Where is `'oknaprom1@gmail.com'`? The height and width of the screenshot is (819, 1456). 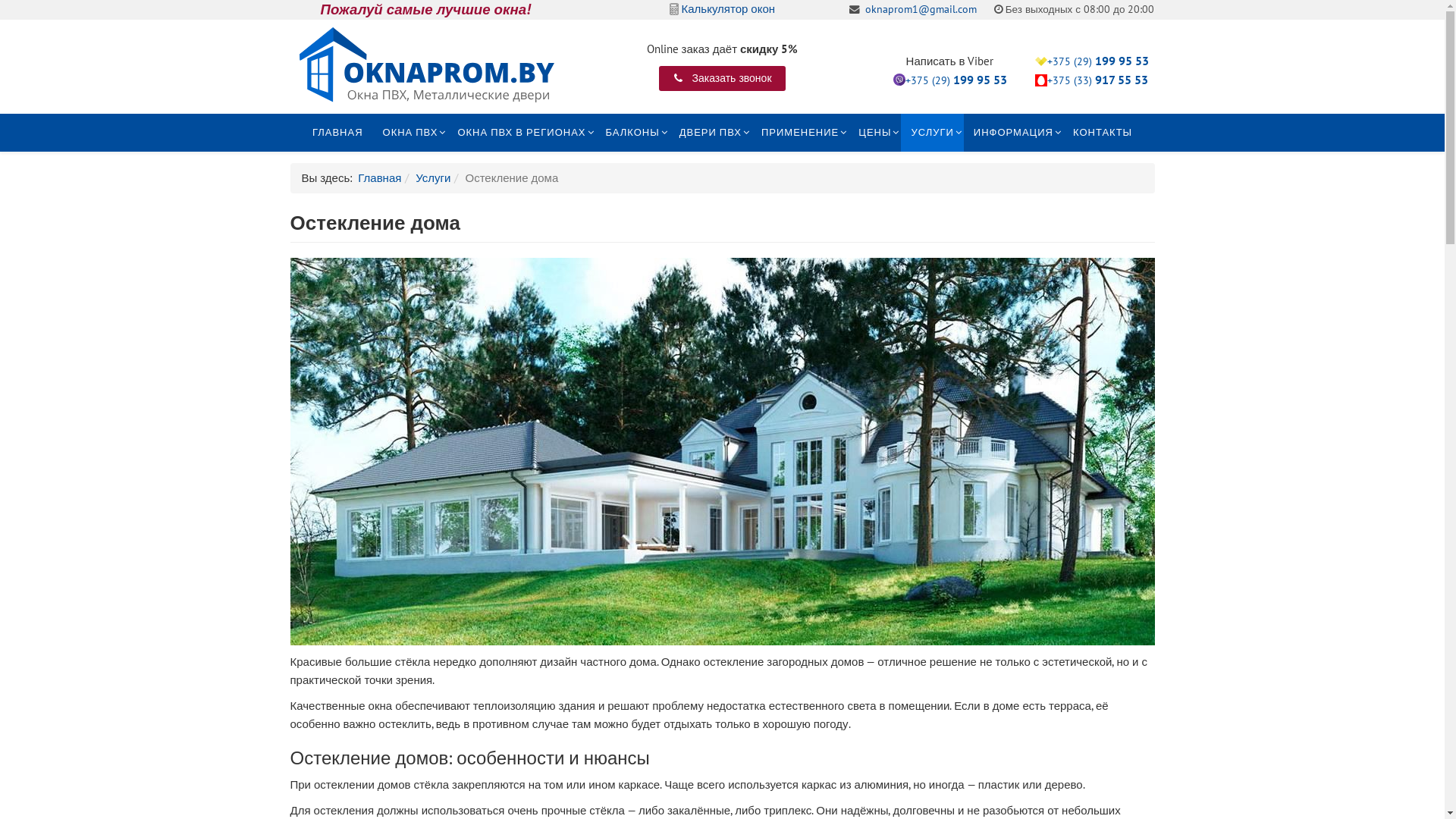
'oknaprom1@gmail.com' is located at coordinates (920, 8).